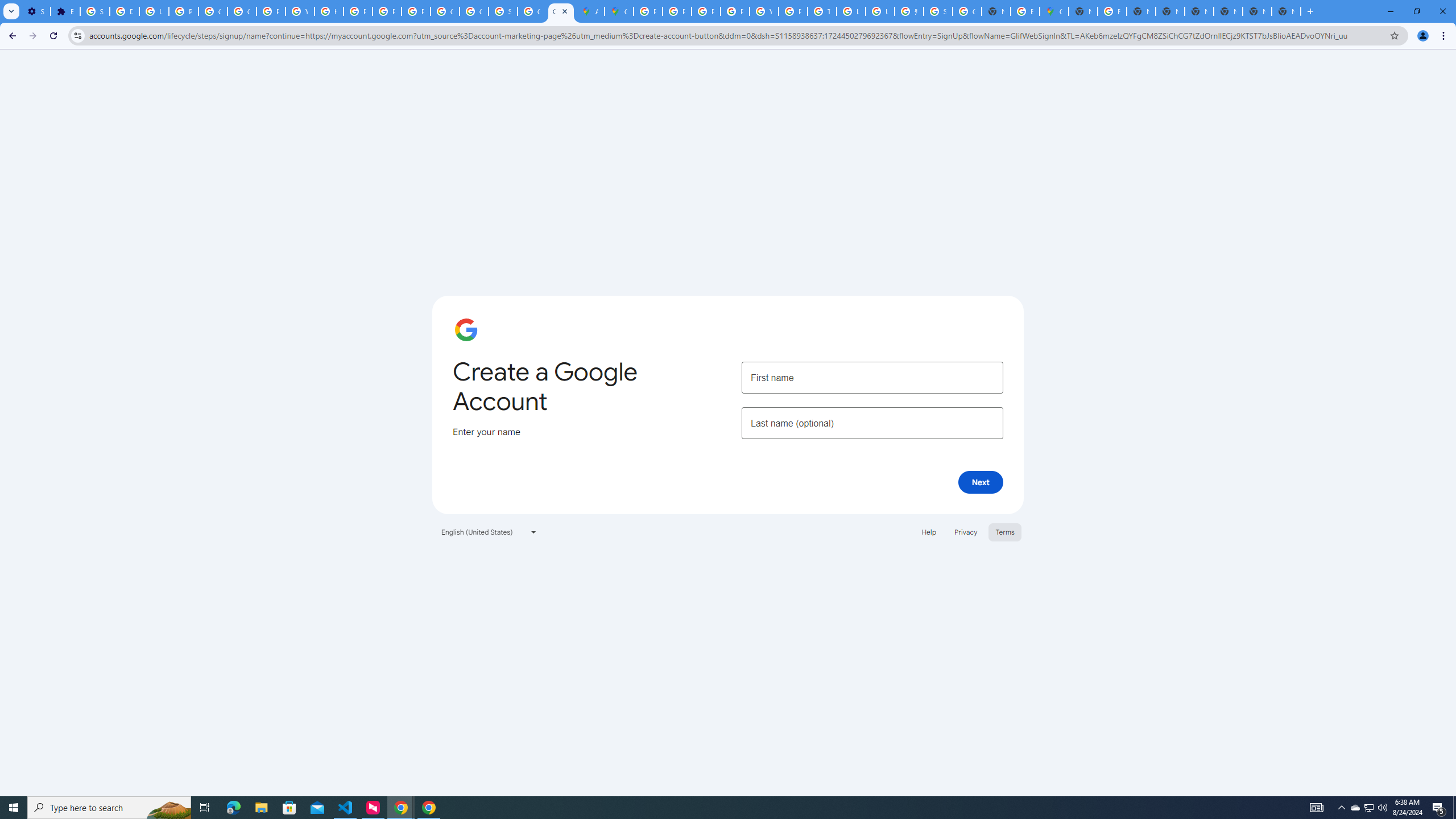  Describe the element at coordinates (1286, 11) in the screenshot. I see `'New Tab'` at that location.